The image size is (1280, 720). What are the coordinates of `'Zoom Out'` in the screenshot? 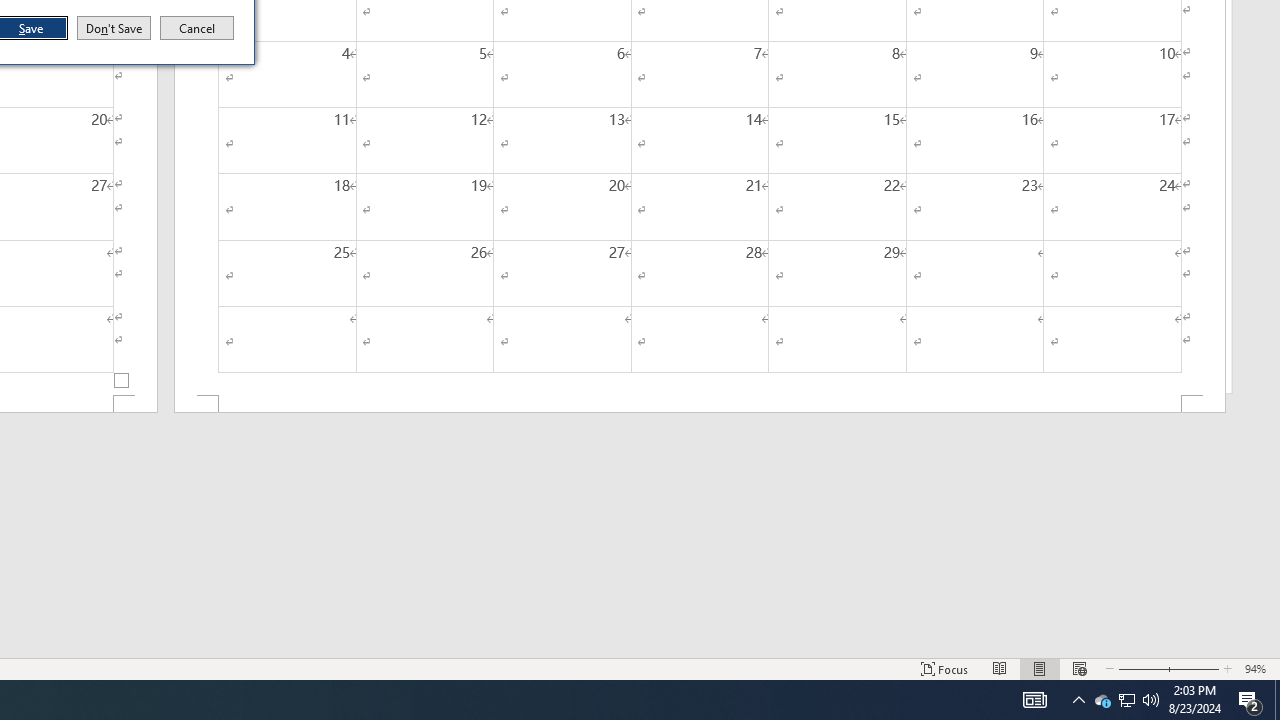 It's located at (1151, 698).